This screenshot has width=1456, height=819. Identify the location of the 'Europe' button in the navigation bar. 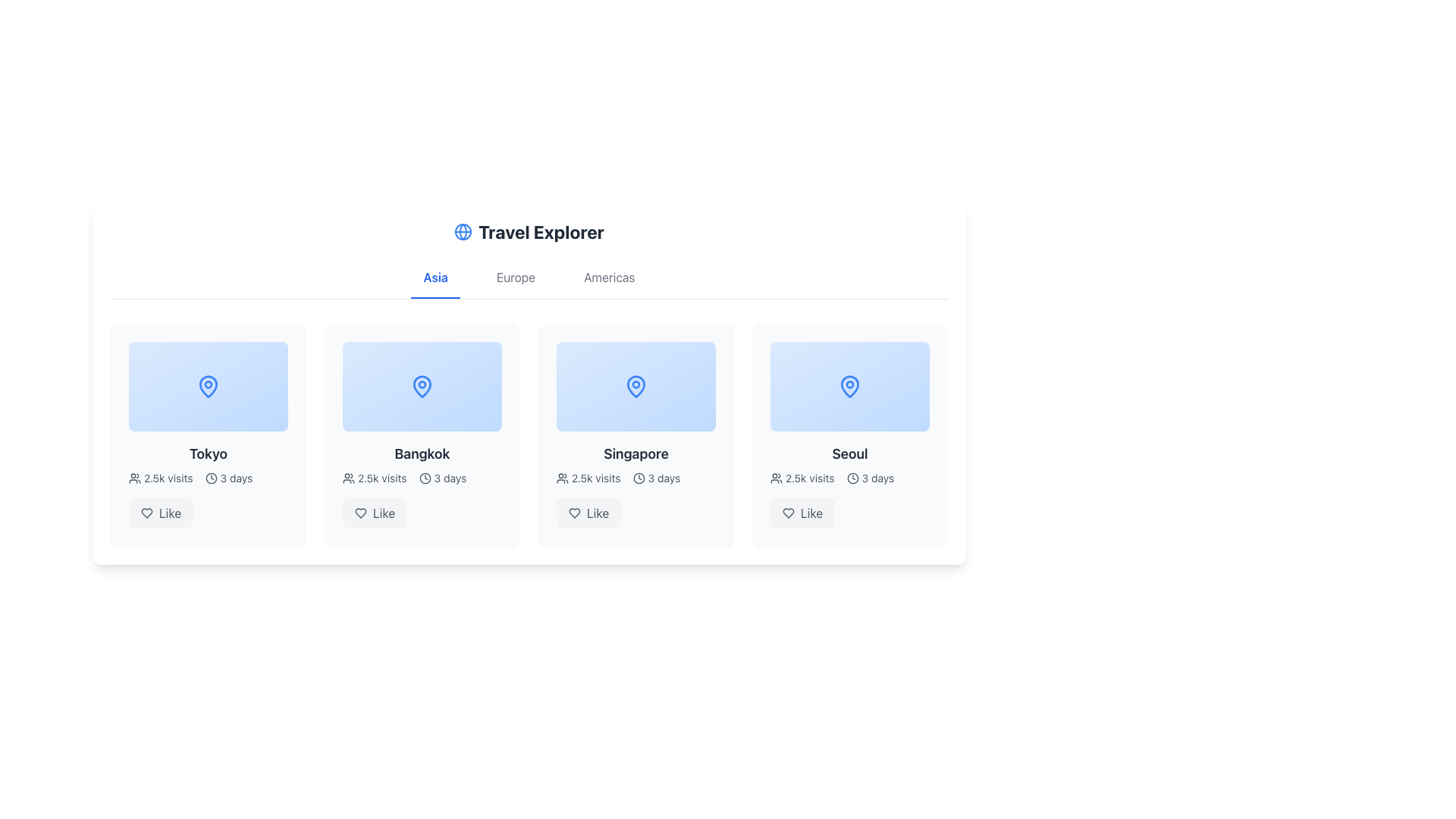
(516, 284).